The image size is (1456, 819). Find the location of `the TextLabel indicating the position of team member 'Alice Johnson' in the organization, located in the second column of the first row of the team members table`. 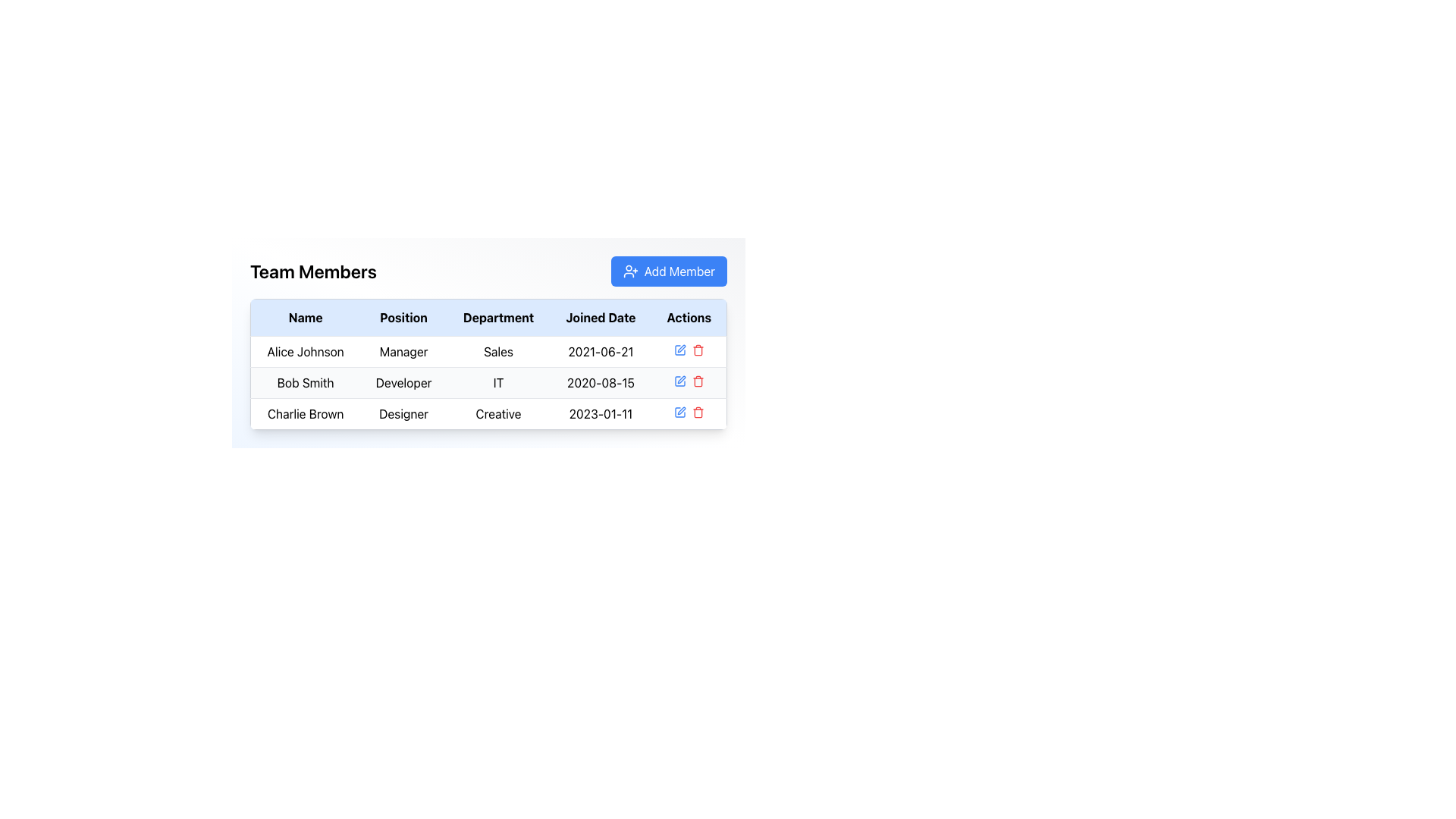

the TextLabel indicating the position of team member 'Alice Johnson' in the organization, located in the second column of the first row of the team members table is located at coordinates (403, 351).